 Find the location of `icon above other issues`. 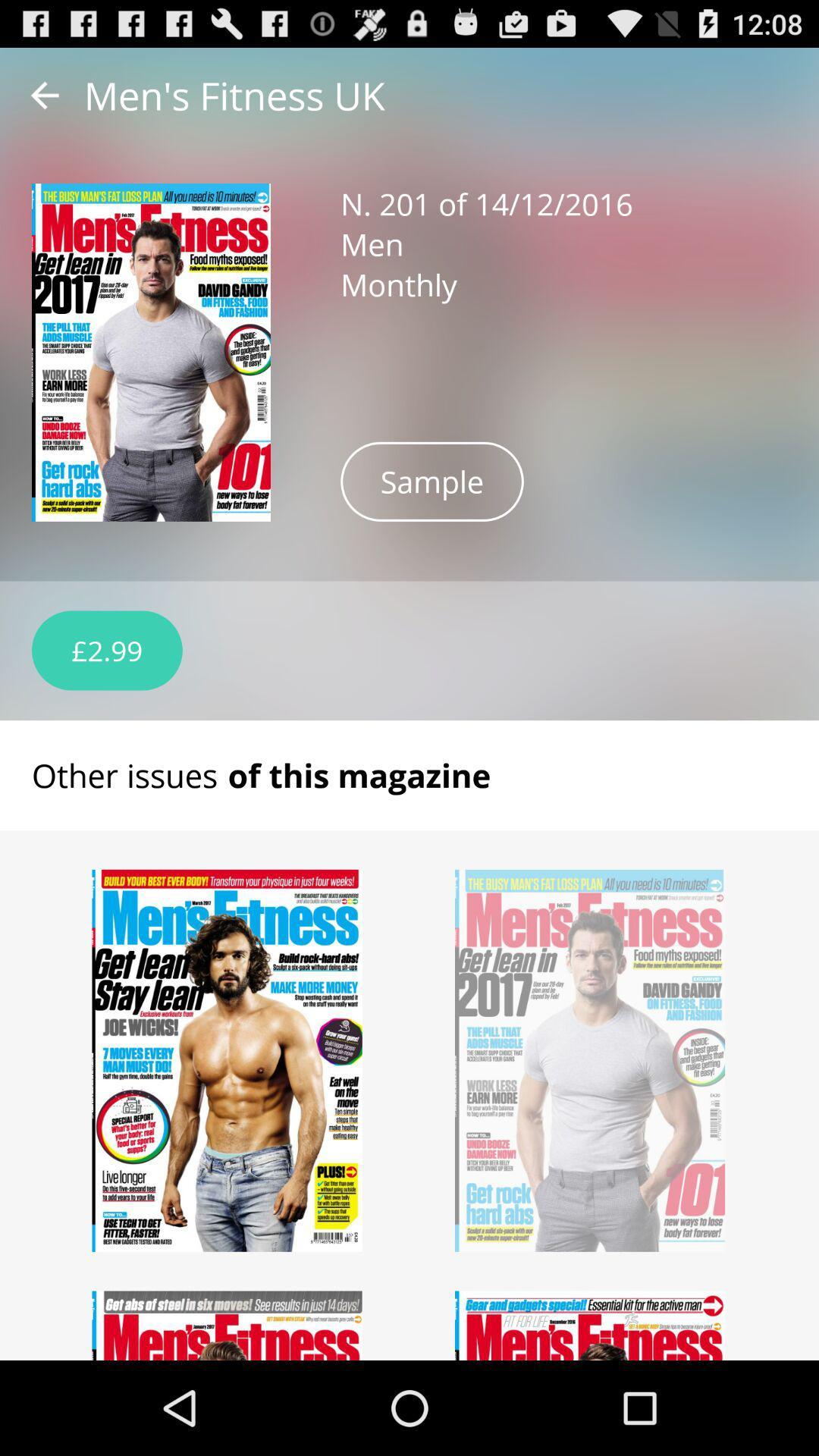

icon above other issues is located at coordinates (106, 651).